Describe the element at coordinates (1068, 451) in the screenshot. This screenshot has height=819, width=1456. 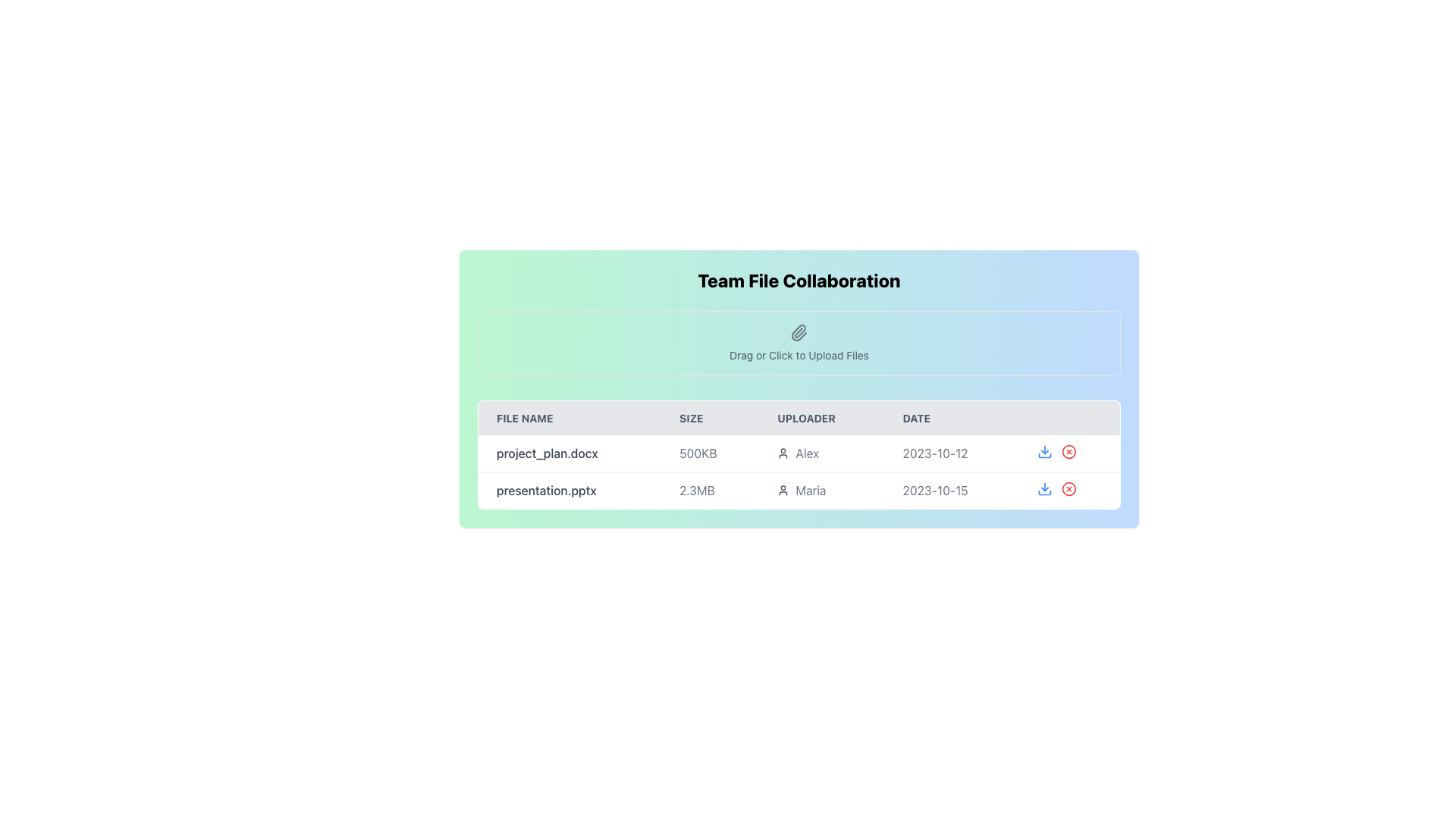
I see `the circular icon button with a red border and an 'X' icon, located in the action controls column for the file 'project_plan.docx'` at that location.